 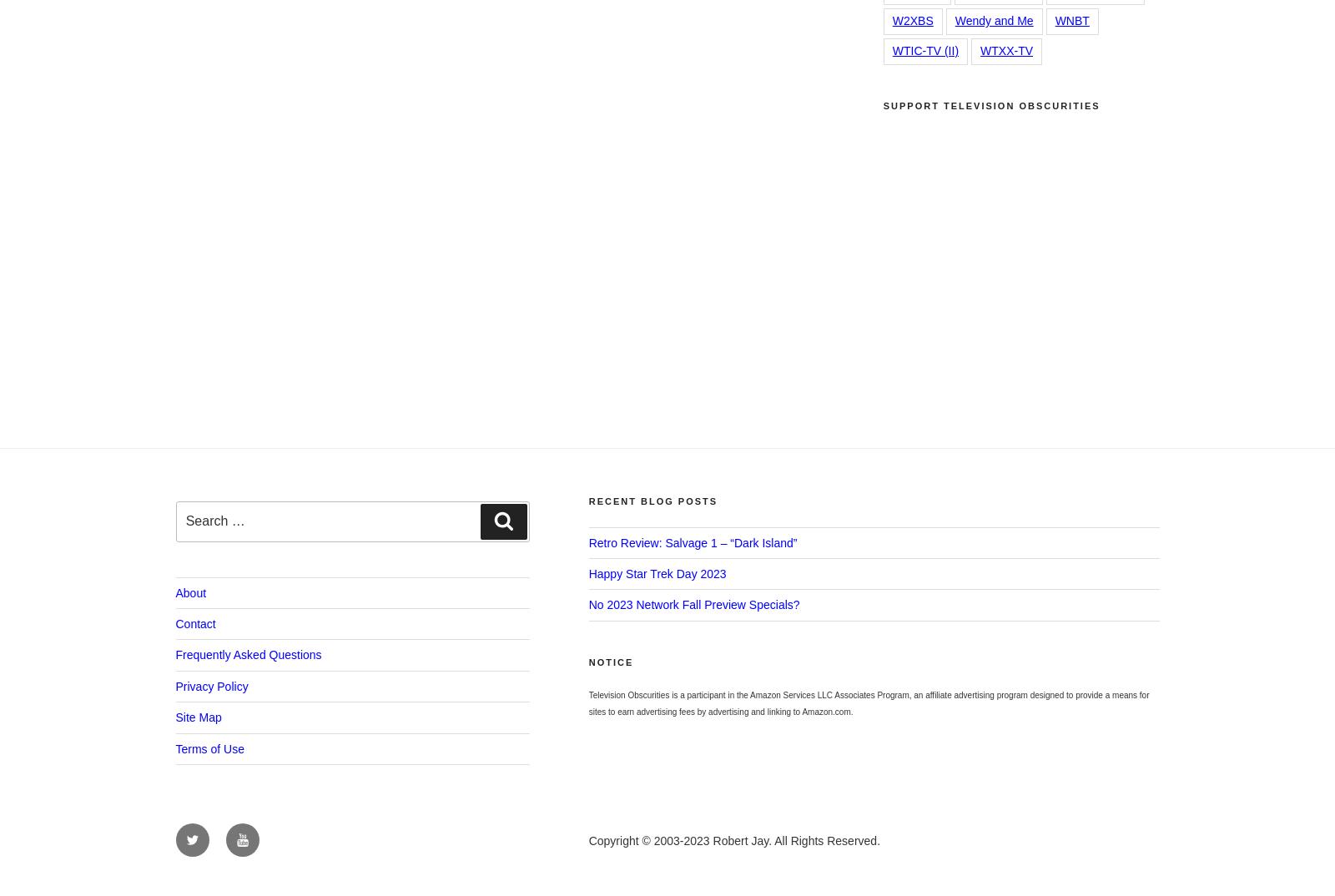 I want to click on 'No 2023 Network Fall Preview Specials?', so click(x=693, y=604).